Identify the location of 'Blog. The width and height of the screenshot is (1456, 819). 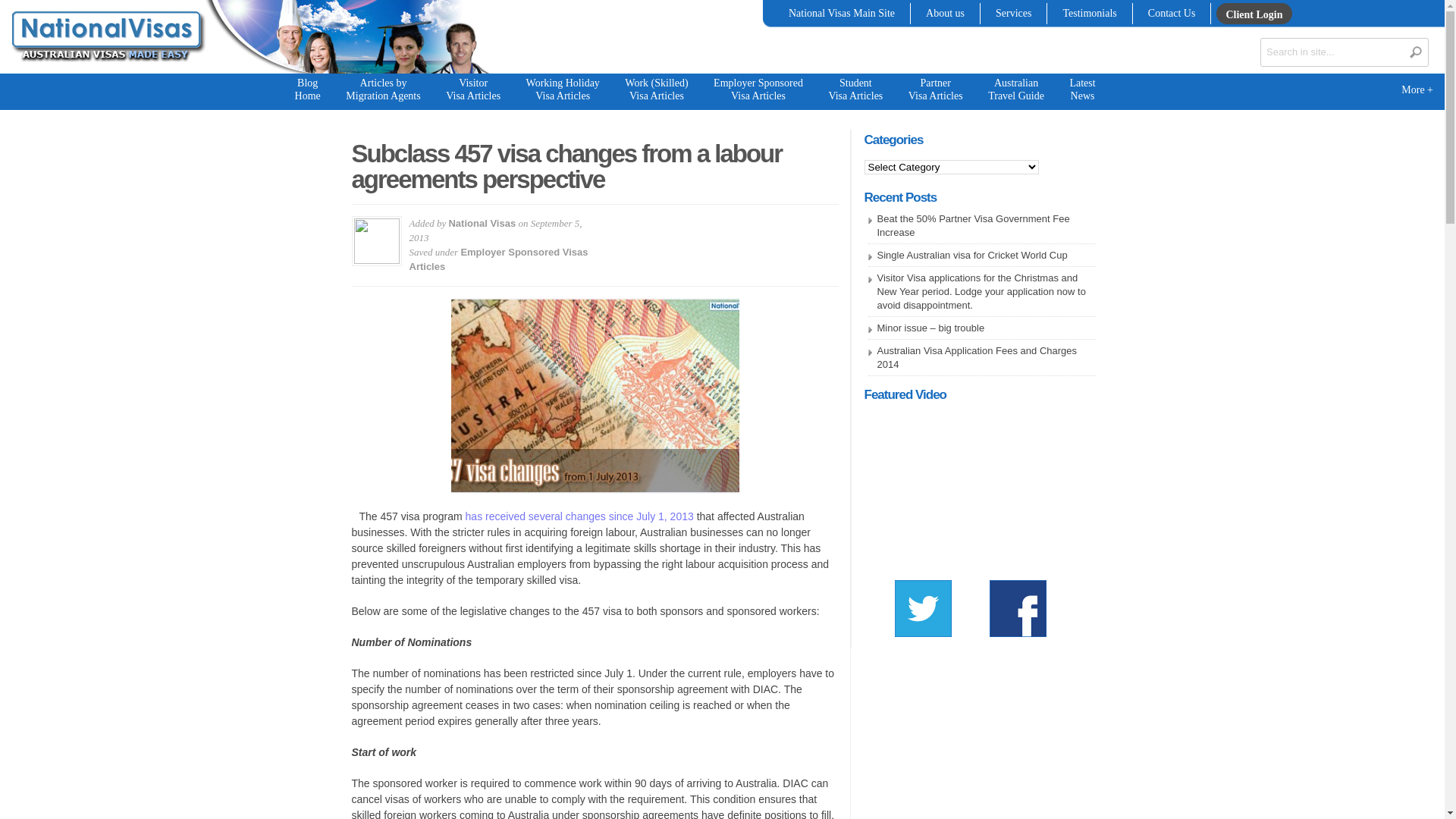
(307, 90).